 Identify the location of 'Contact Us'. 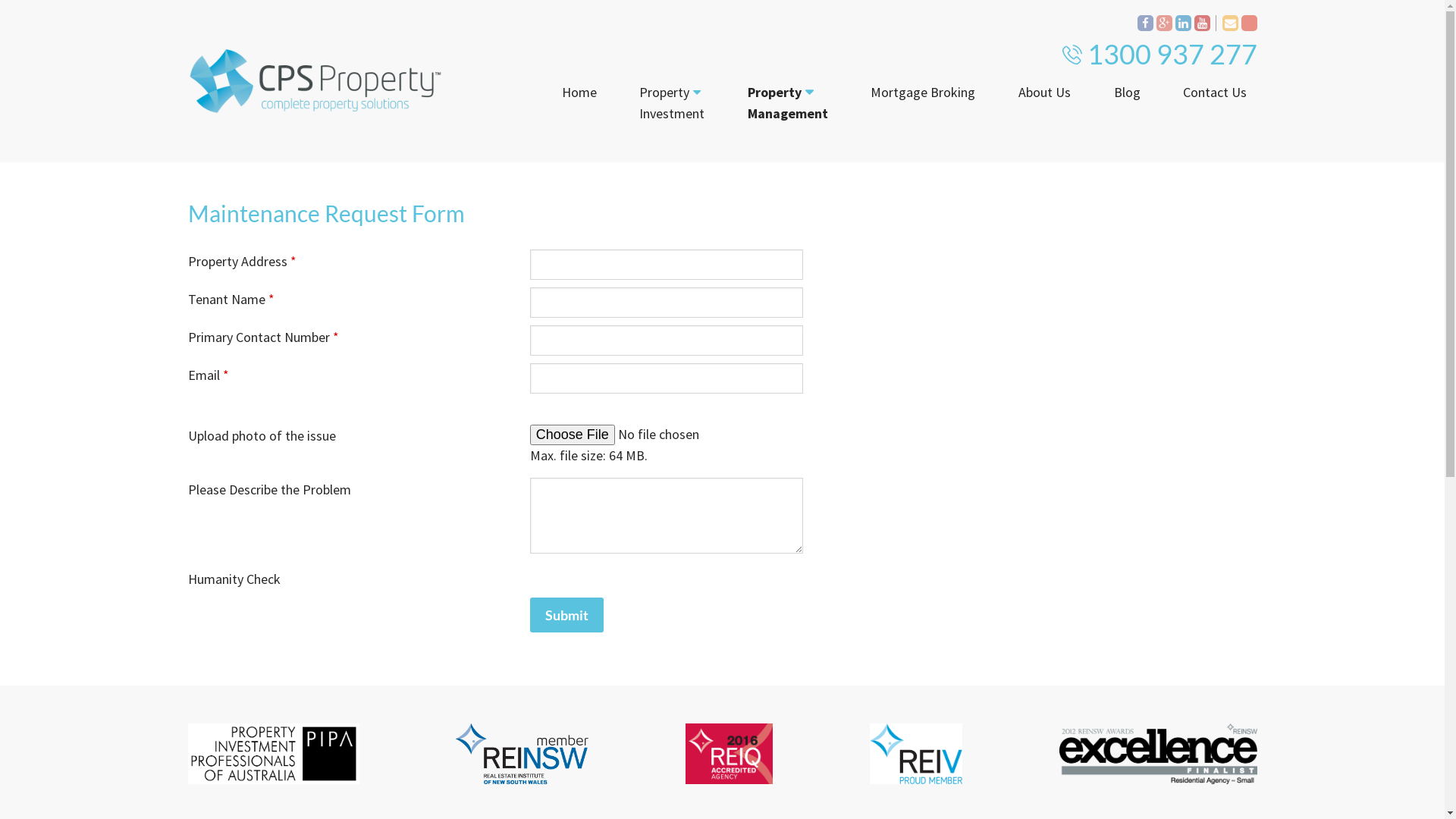
(1215, 93).